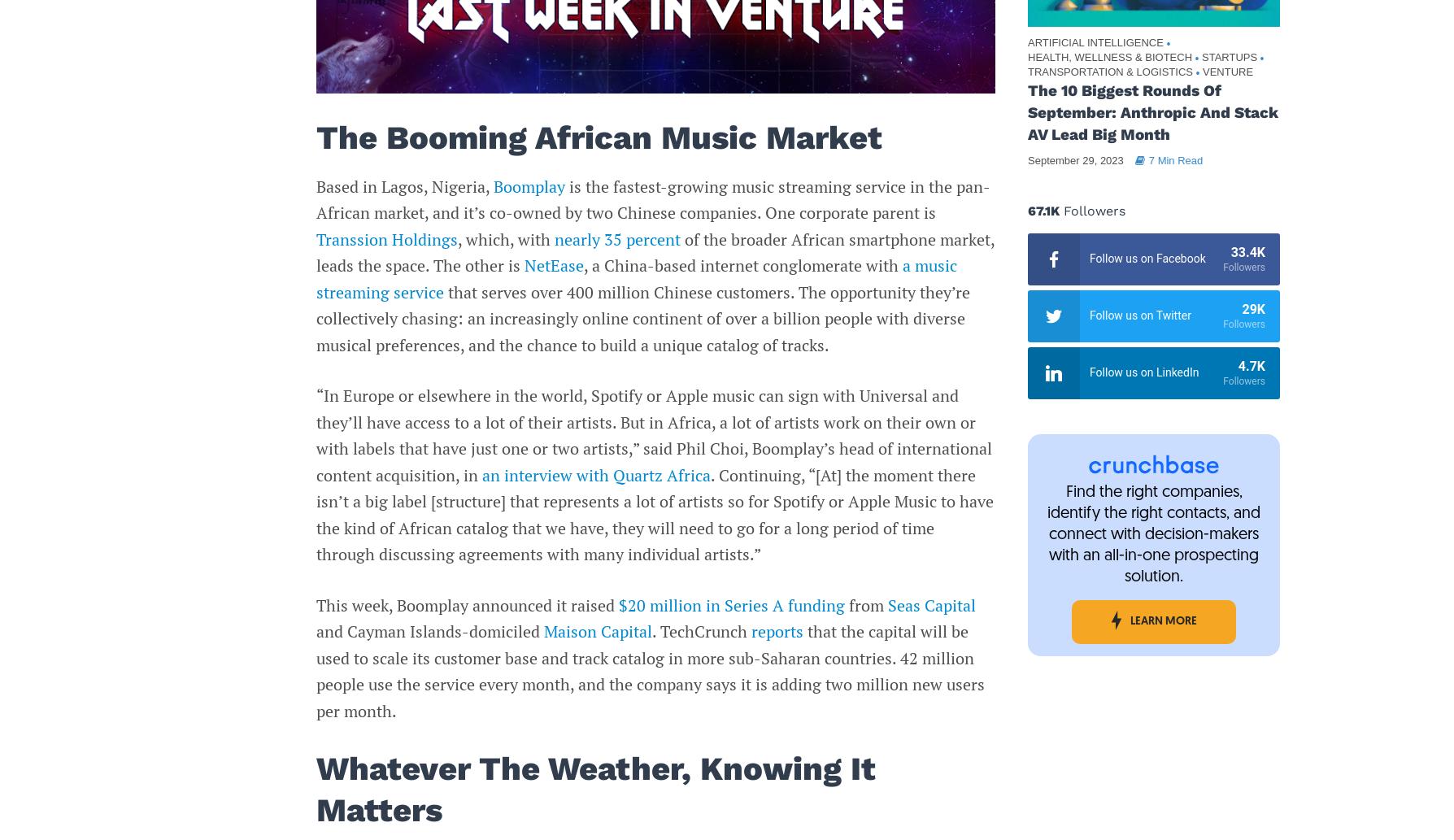 This screenshot has width=1454, height=840. Describe the element at coordinates (635, 277) in the screenshot. I see `'a music streaming service'` at that location.